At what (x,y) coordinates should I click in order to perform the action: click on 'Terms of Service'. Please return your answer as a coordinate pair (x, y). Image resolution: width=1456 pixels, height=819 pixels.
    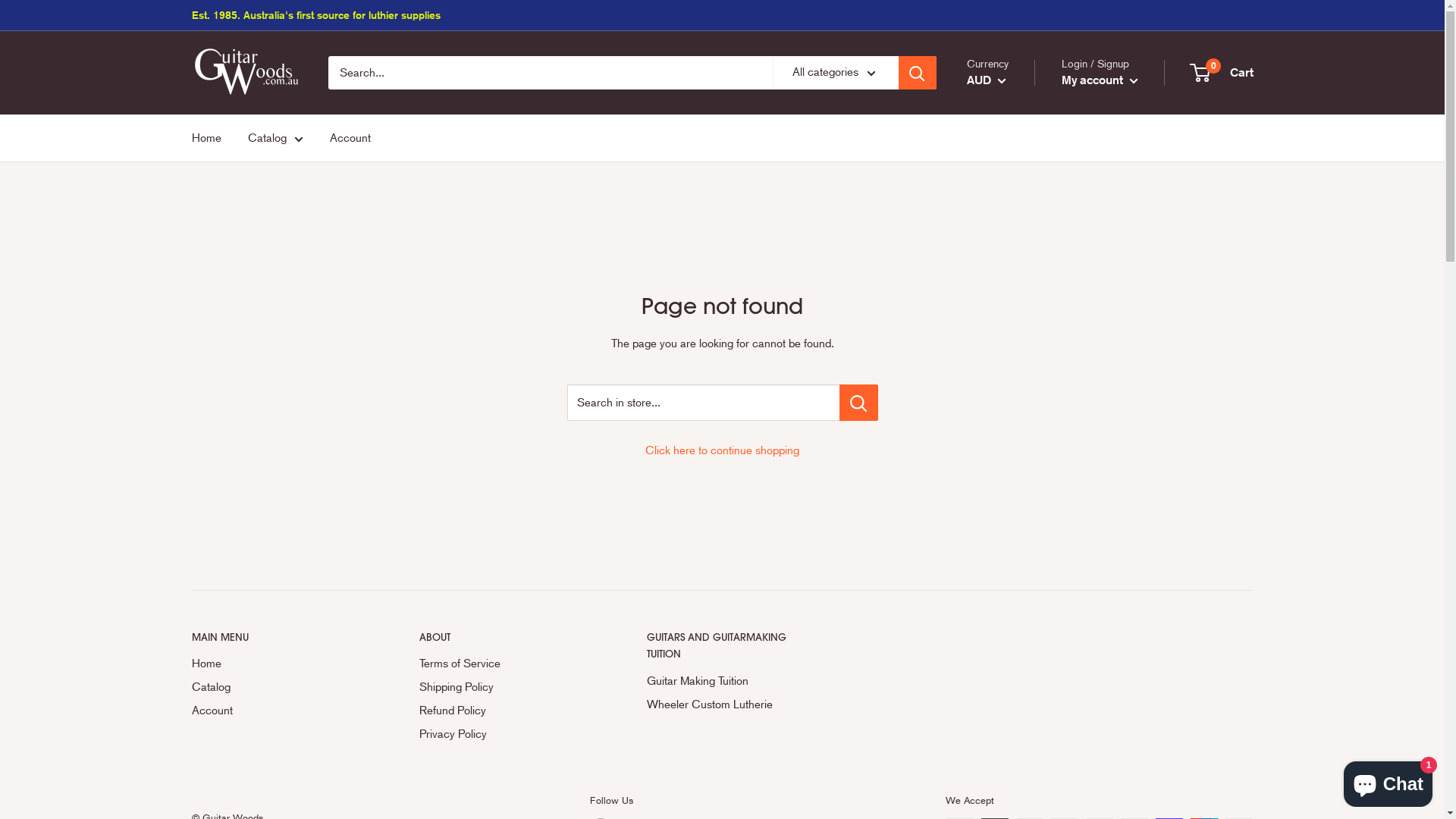
    Looking at the image, I should click on (419, 663).